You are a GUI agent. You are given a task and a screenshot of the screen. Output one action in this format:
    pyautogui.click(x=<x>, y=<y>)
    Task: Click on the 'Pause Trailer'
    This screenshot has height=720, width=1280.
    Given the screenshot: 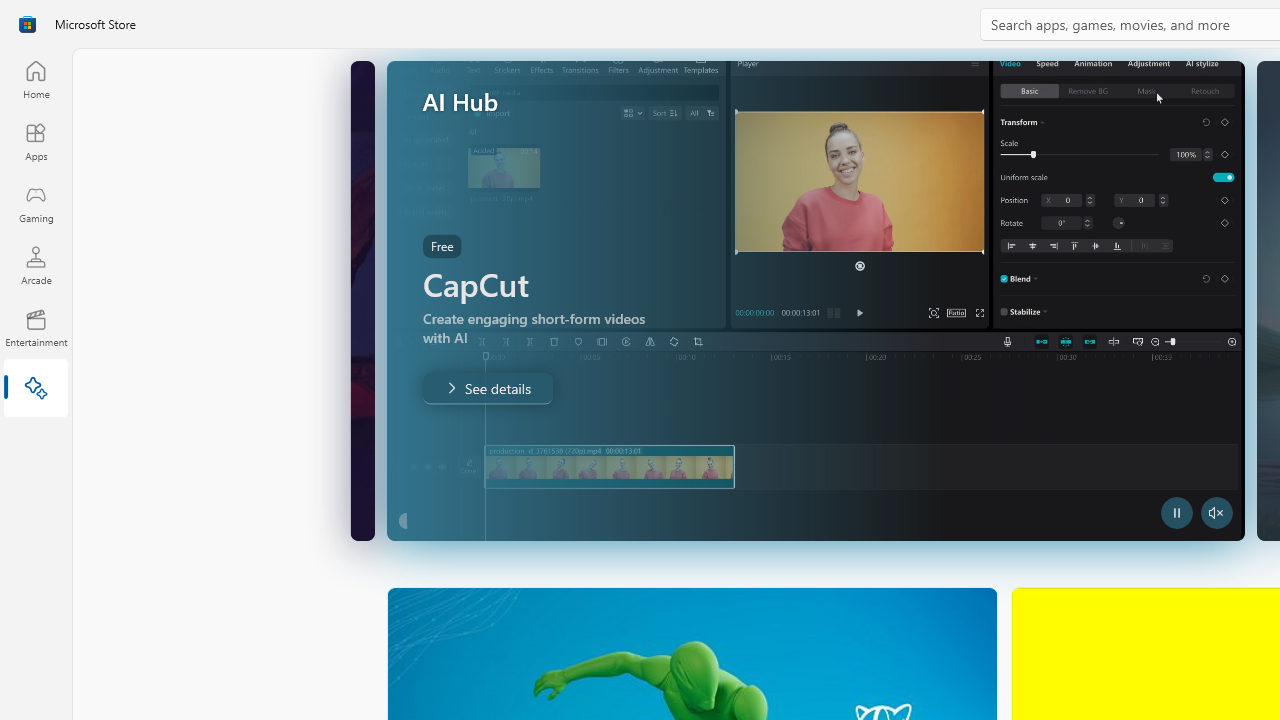 What is the action you would take?
    pyautogui.click(x=1175, y=512)
    